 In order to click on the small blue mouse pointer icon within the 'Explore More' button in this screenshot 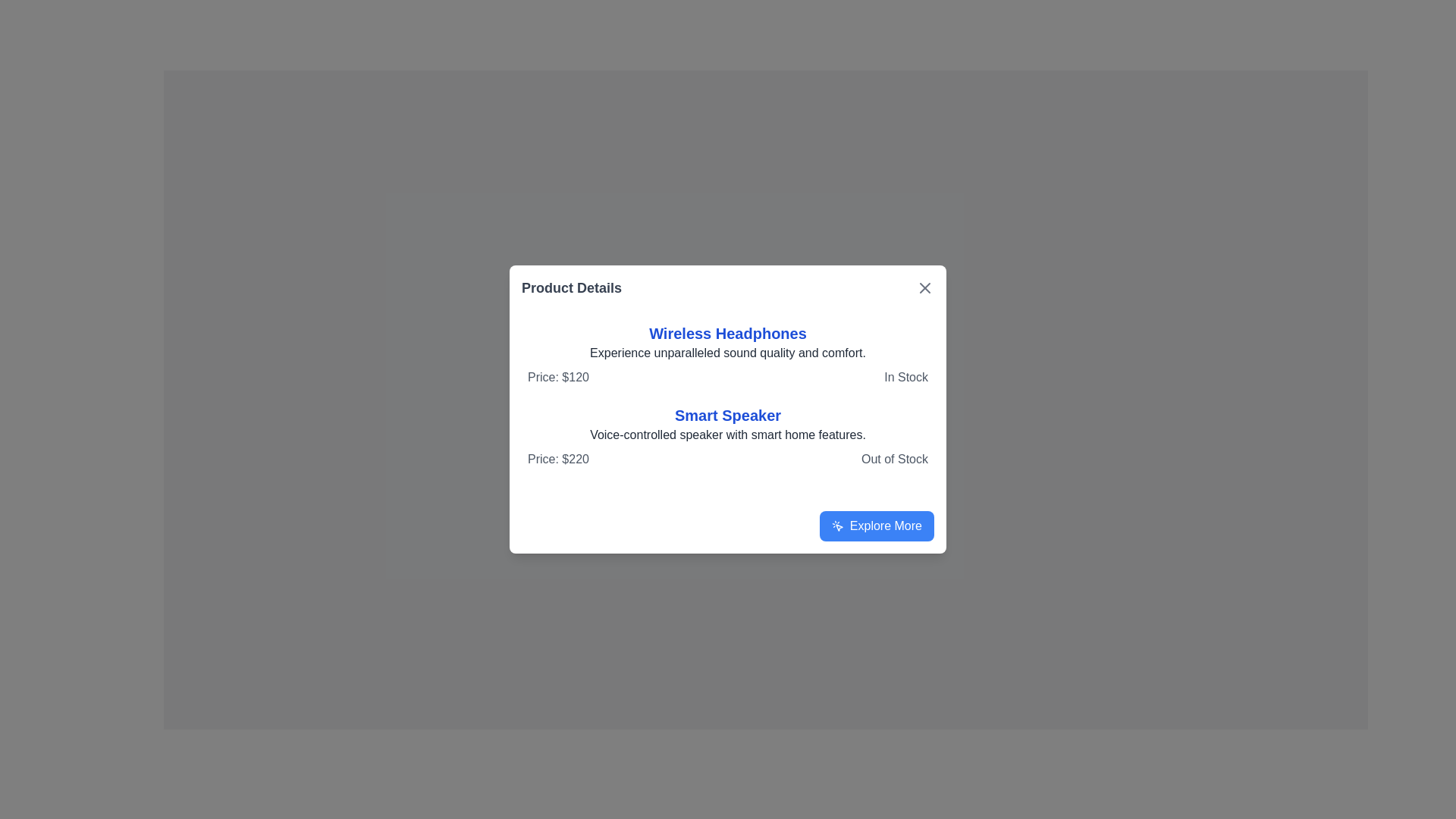, I will do `click(836, 526)`.